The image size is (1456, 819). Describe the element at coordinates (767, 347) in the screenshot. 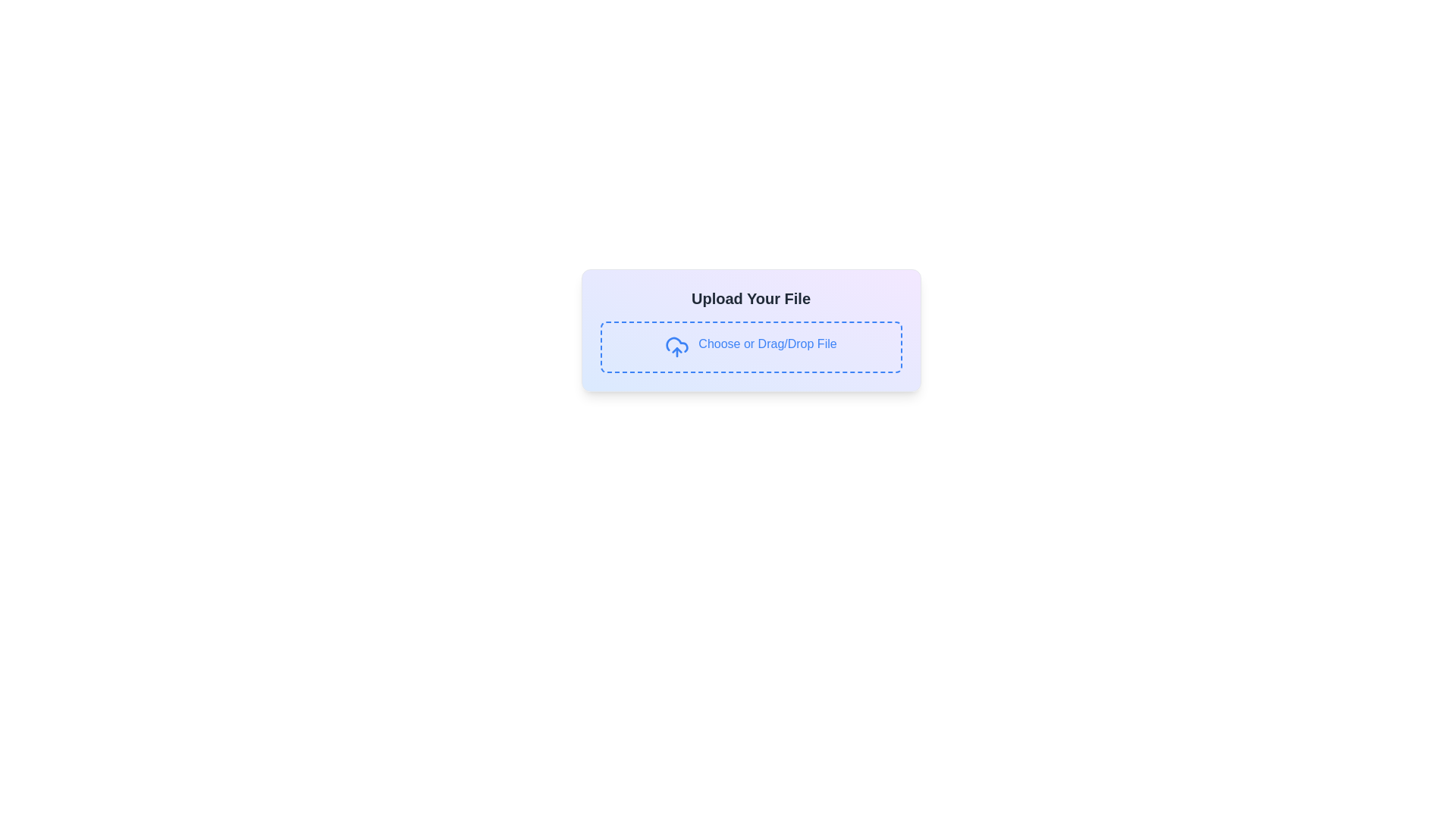

I see `the Interactive Text Link` at that location.